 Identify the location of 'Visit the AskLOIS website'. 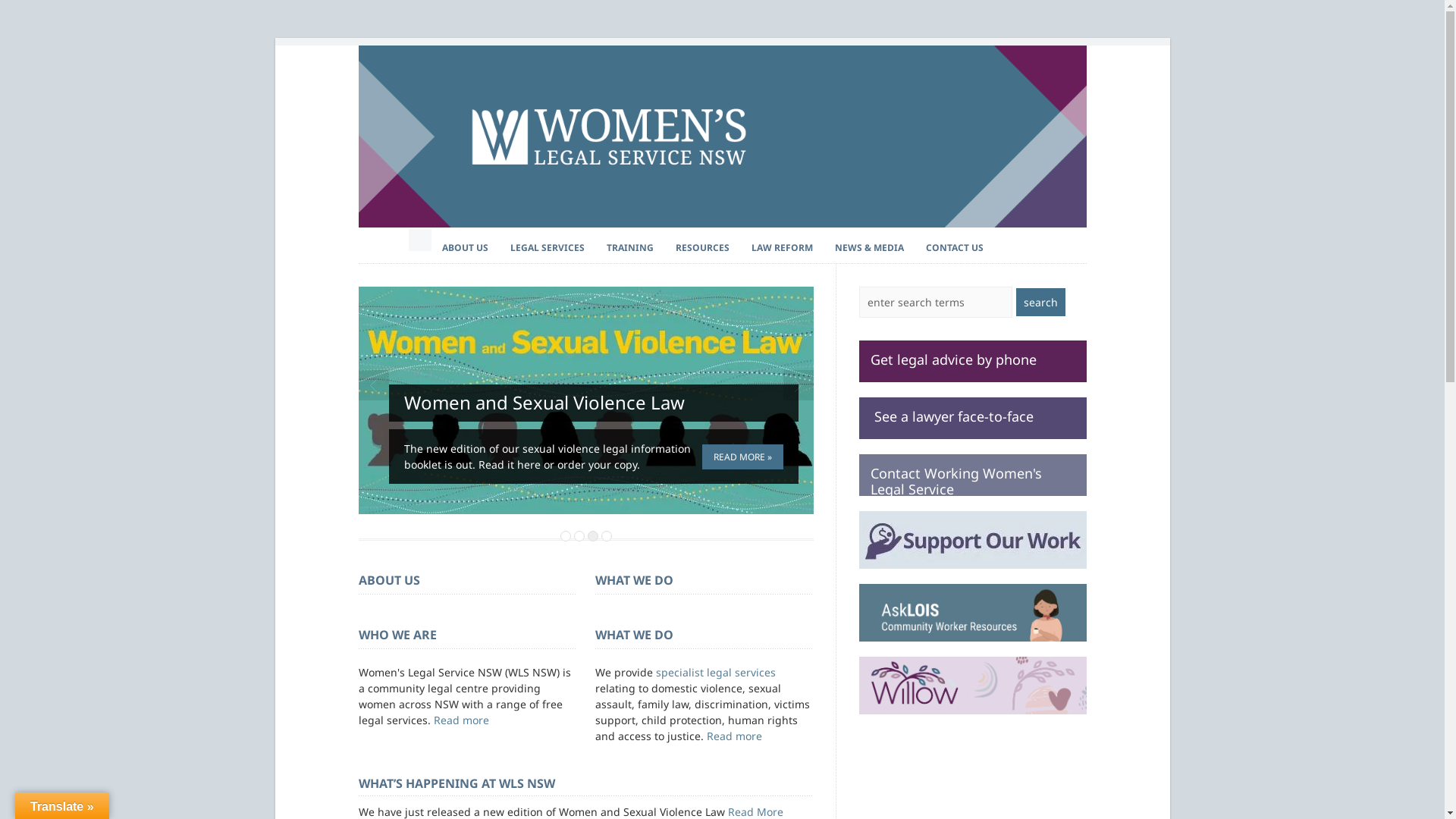
(858, 611).